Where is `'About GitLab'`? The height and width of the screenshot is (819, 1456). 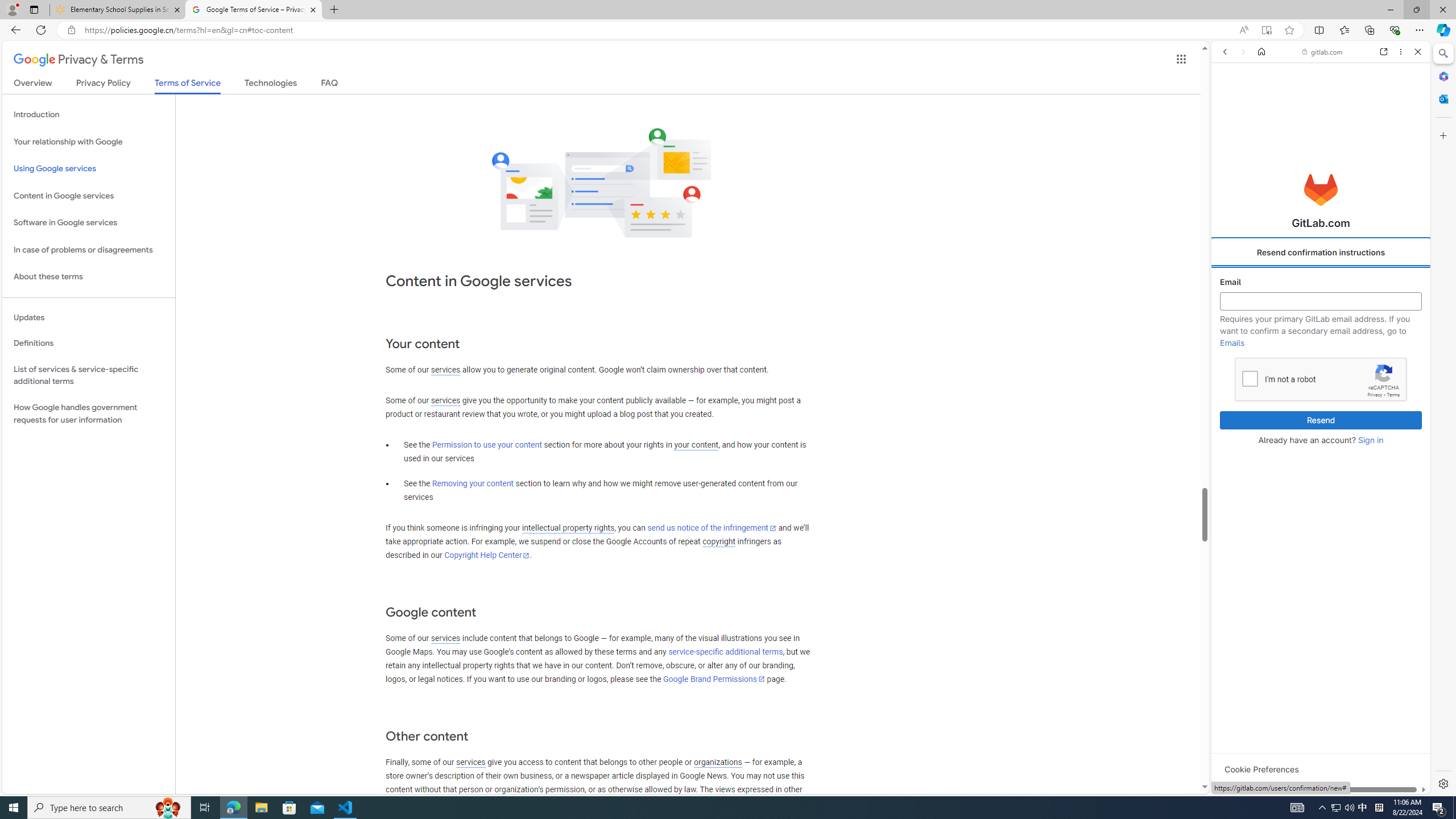
'About GitLab' is located at coordinates (1319, 336).